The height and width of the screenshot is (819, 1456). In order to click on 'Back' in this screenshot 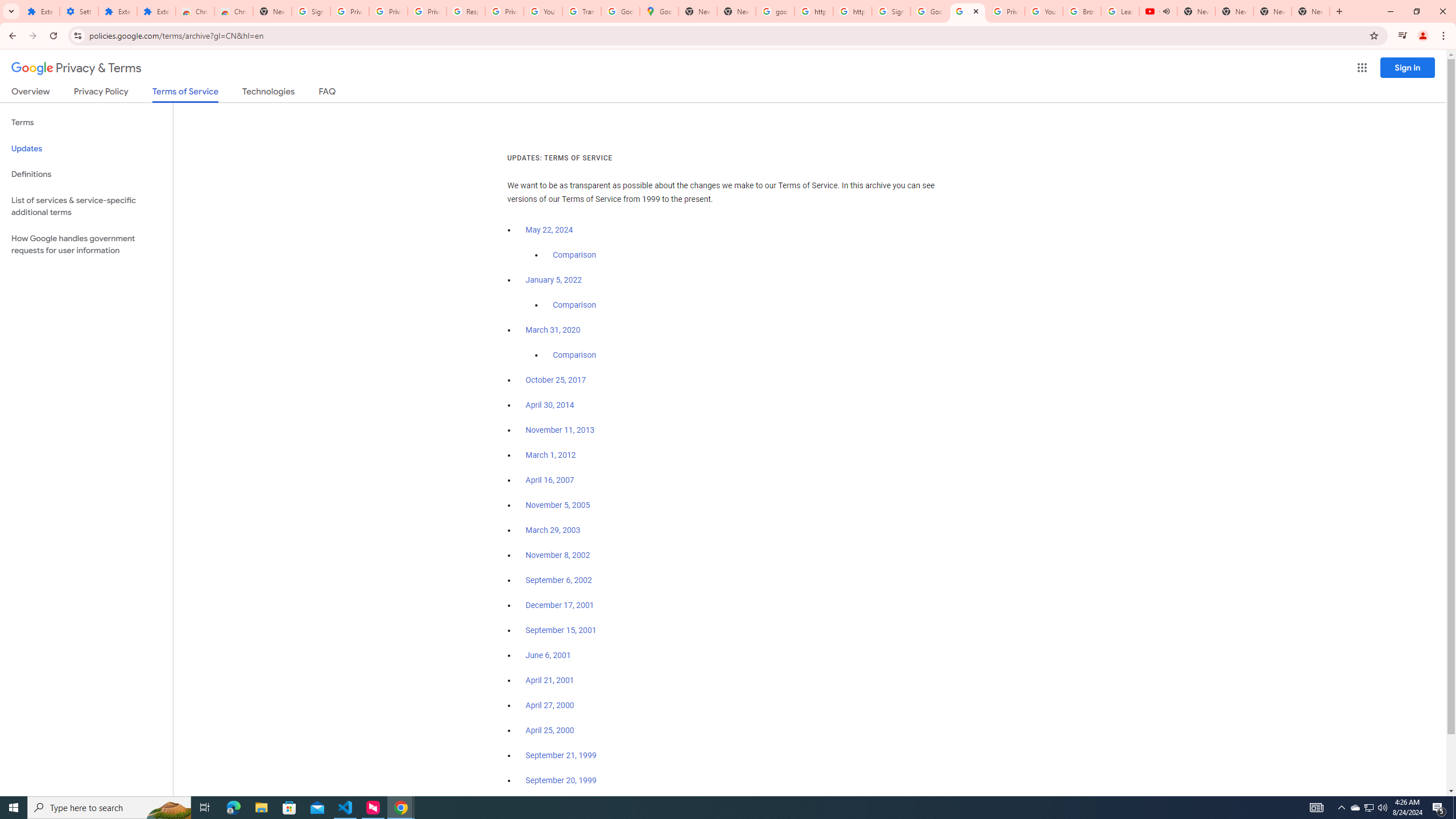, I will do `click(11, 35)`.